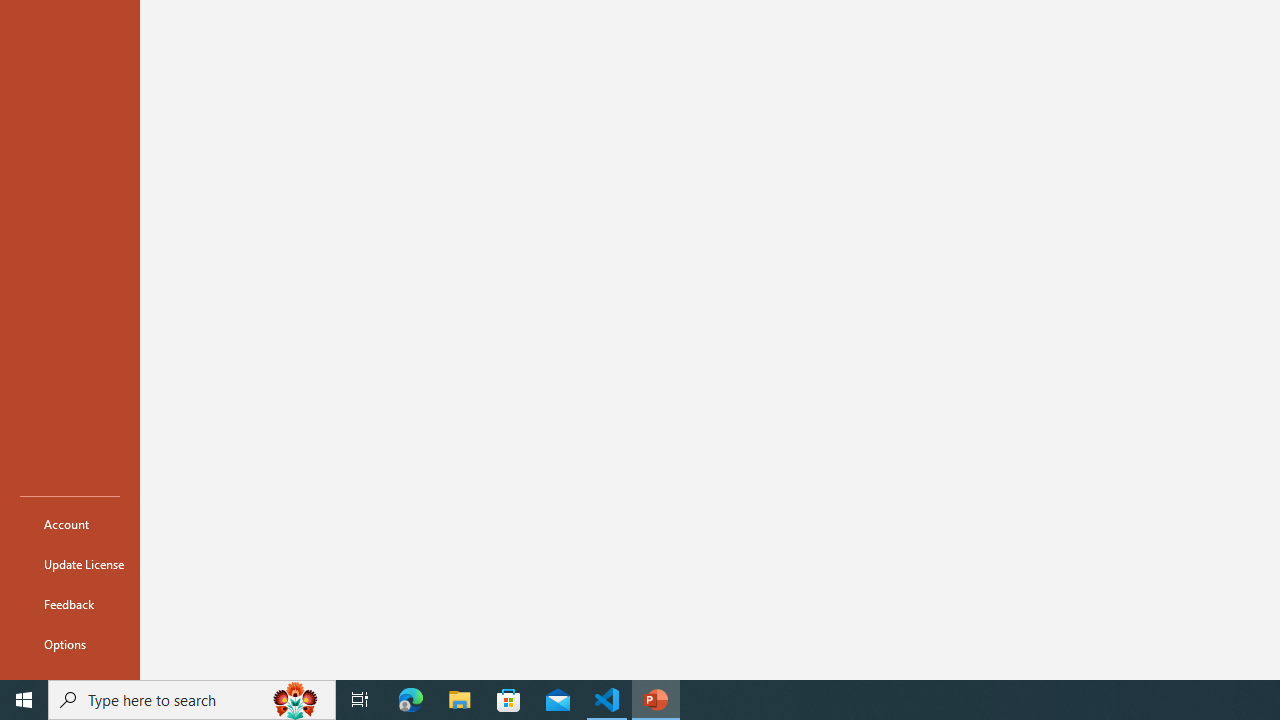  I want to click on 'Account', so click(69, 523).